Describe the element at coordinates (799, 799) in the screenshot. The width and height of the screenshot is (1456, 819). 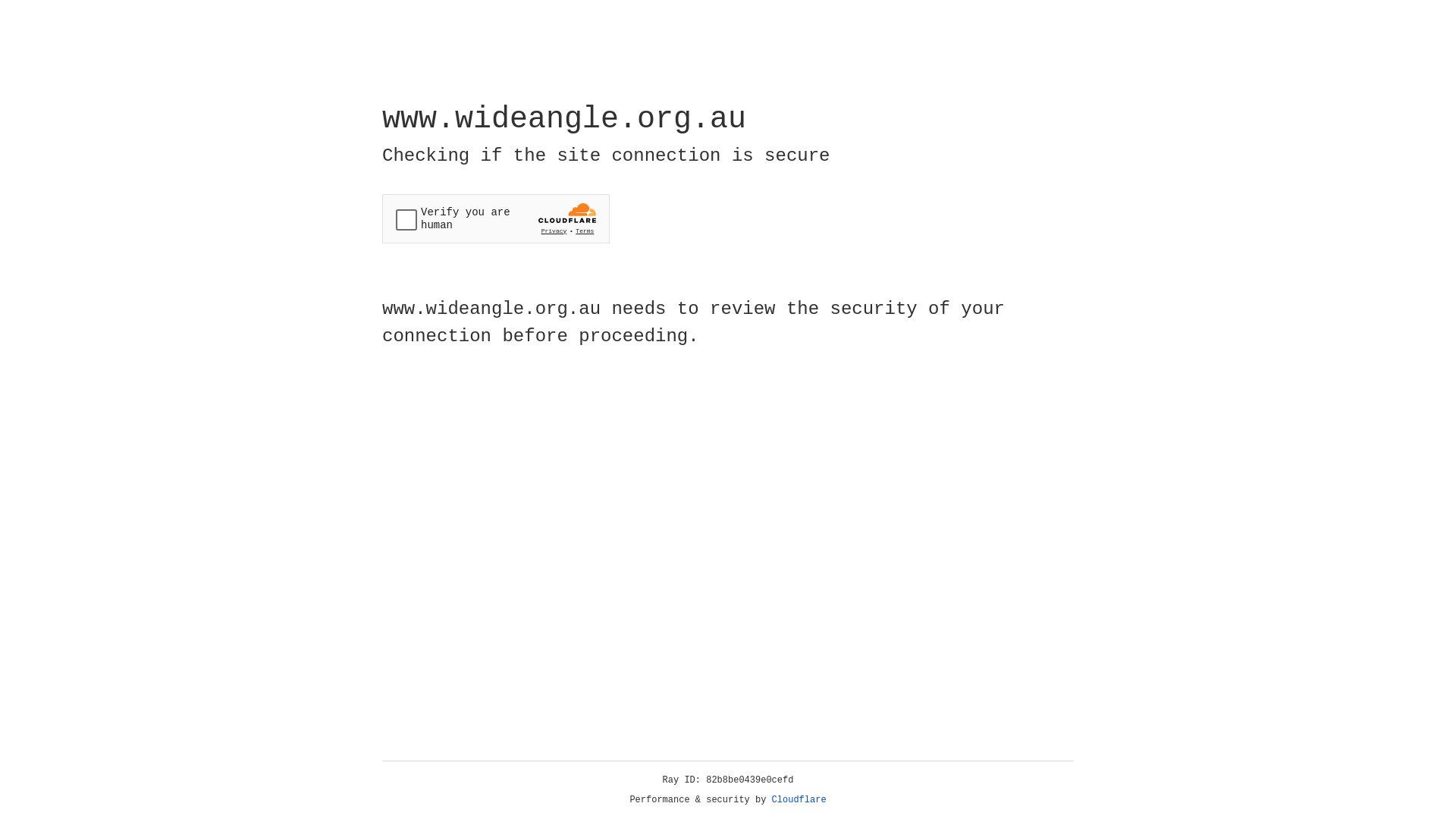
I see `'Cloudflare'` at that location.